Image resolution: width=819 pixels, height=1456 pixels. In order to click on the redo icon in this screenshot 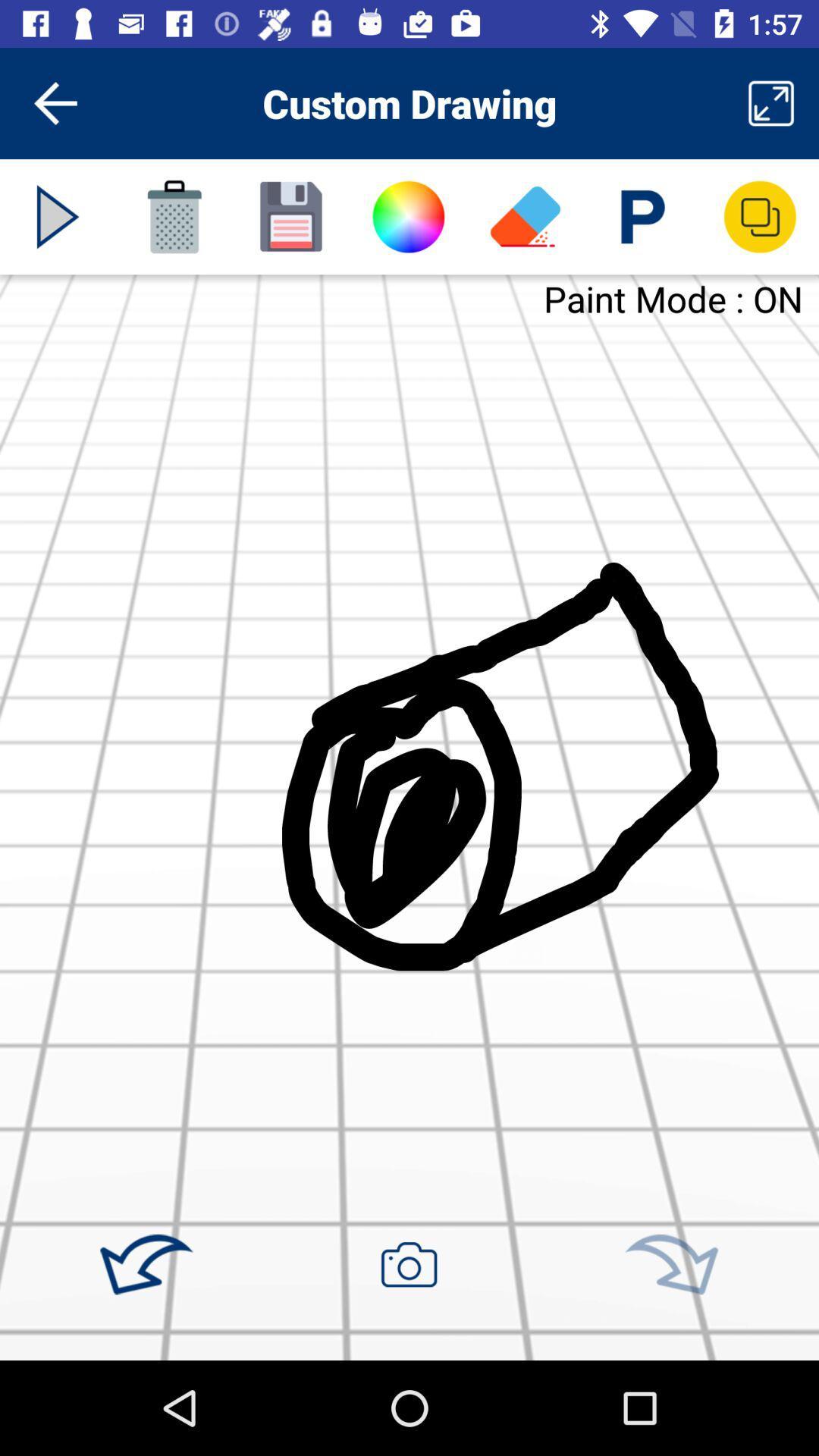, I will do `click(670, 1265)`.